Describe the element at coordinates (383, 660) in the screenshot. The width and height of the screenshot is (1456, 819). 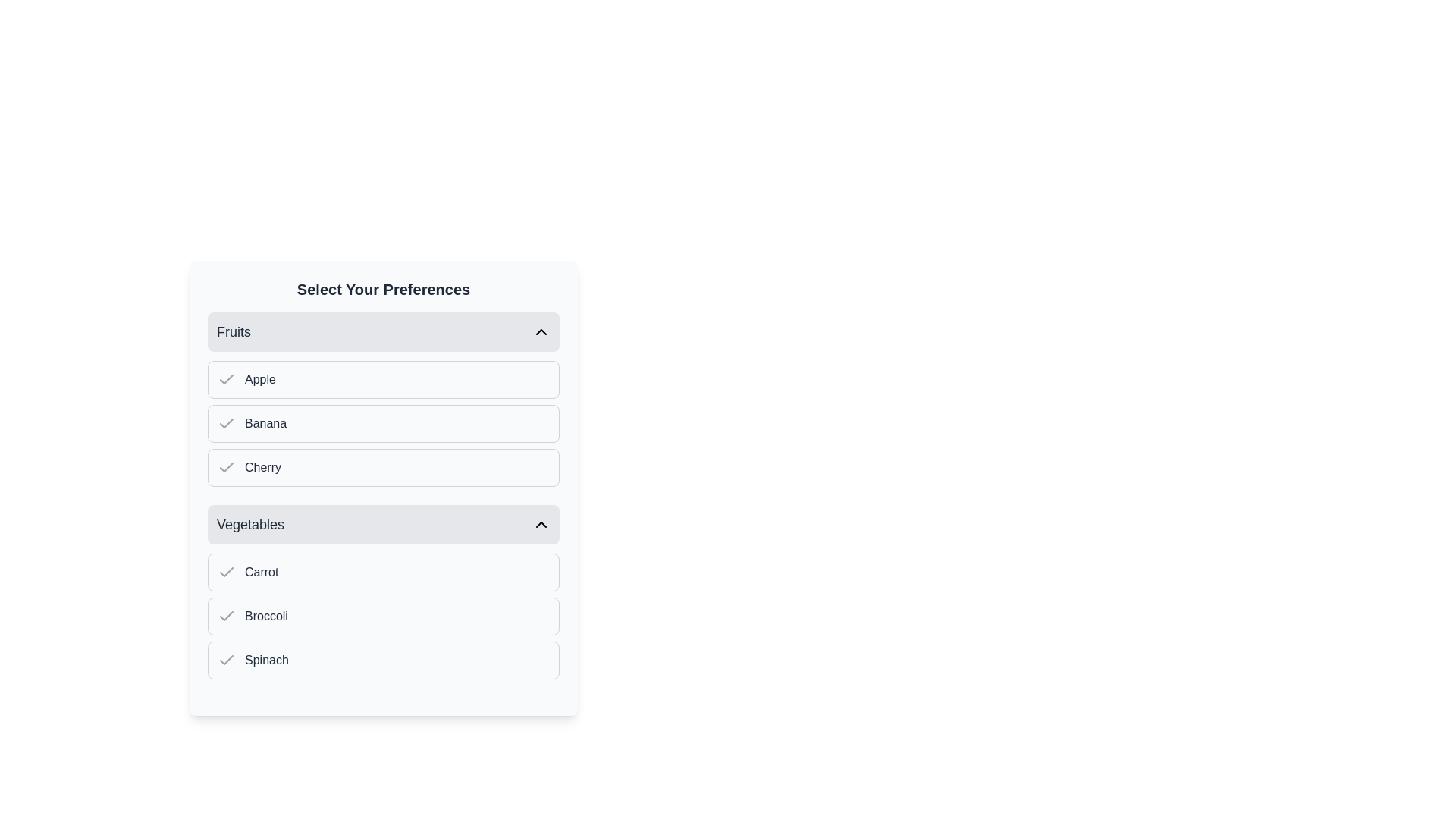
I see `the selectable list item labeled 'Spinach', which is the third item in the 'Vegetables' section, currently indicated as selected with a checkmark` at that location.